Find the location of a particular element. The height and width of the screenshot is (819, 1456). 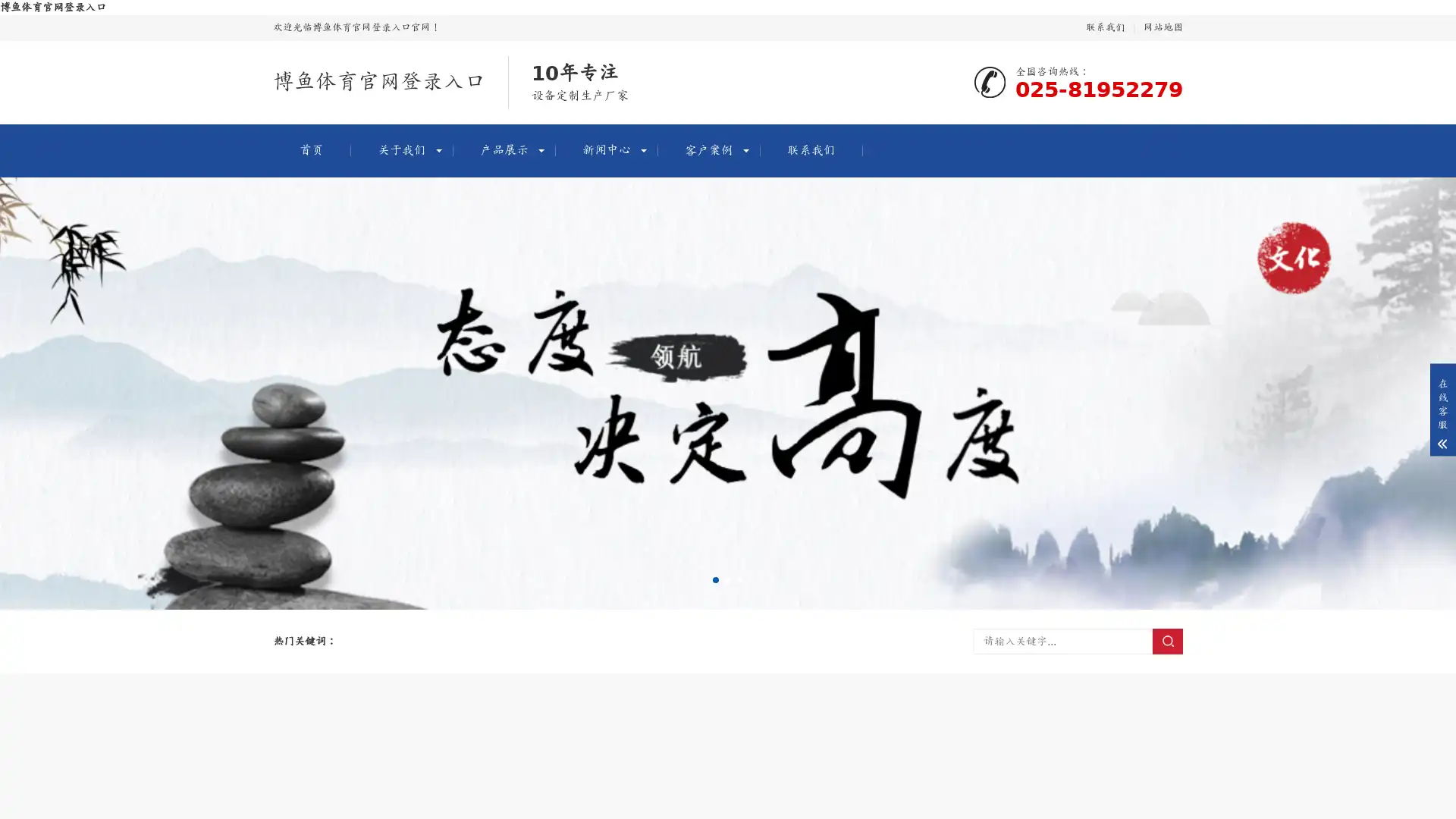

Go to slide 1 is located at coordinates (715, 579).